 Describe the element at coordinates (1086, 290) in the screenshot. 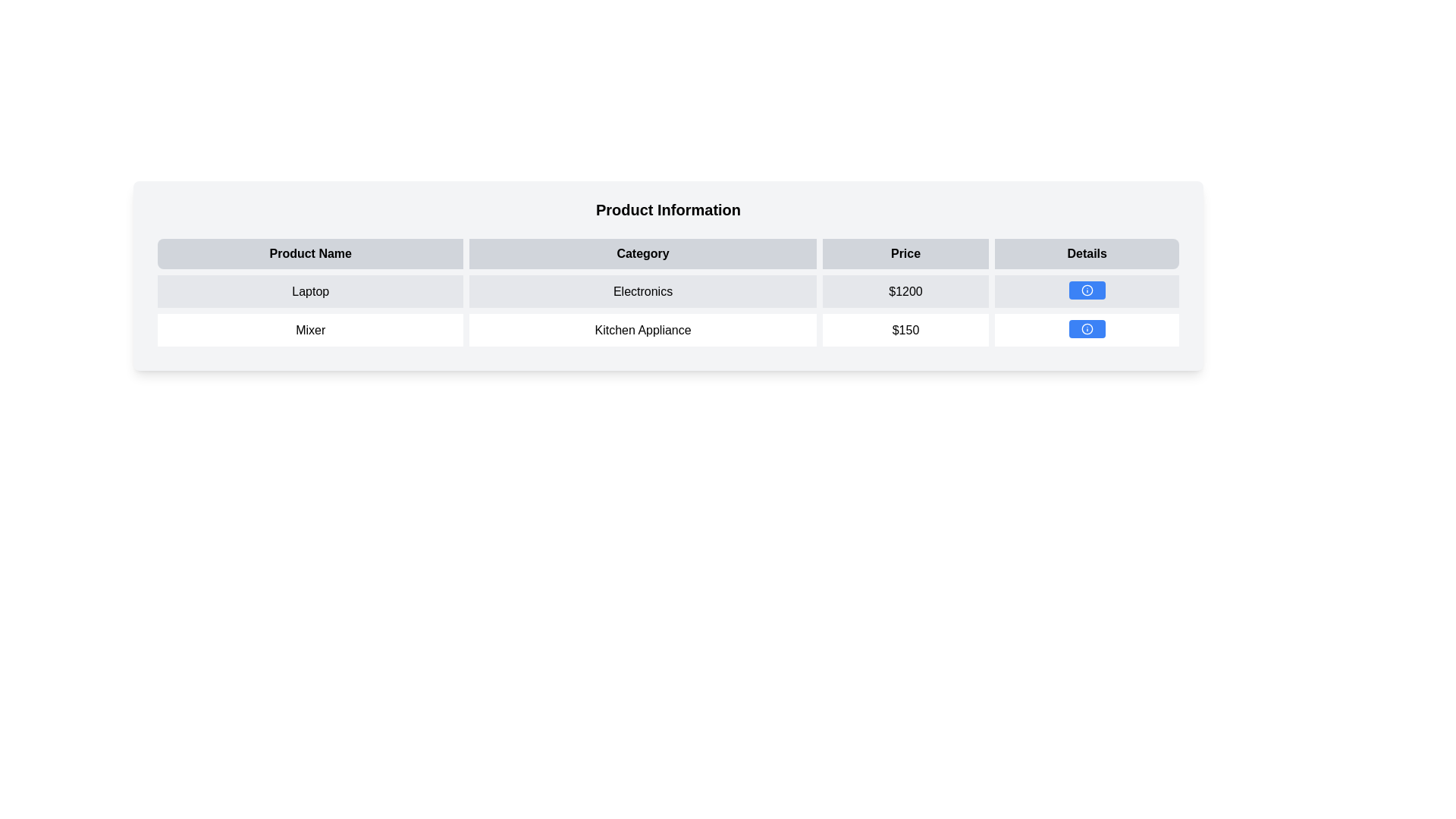

I see `the outer circular outline of the SVG icon located in the 'Details' column of the second row in the table` at that location.